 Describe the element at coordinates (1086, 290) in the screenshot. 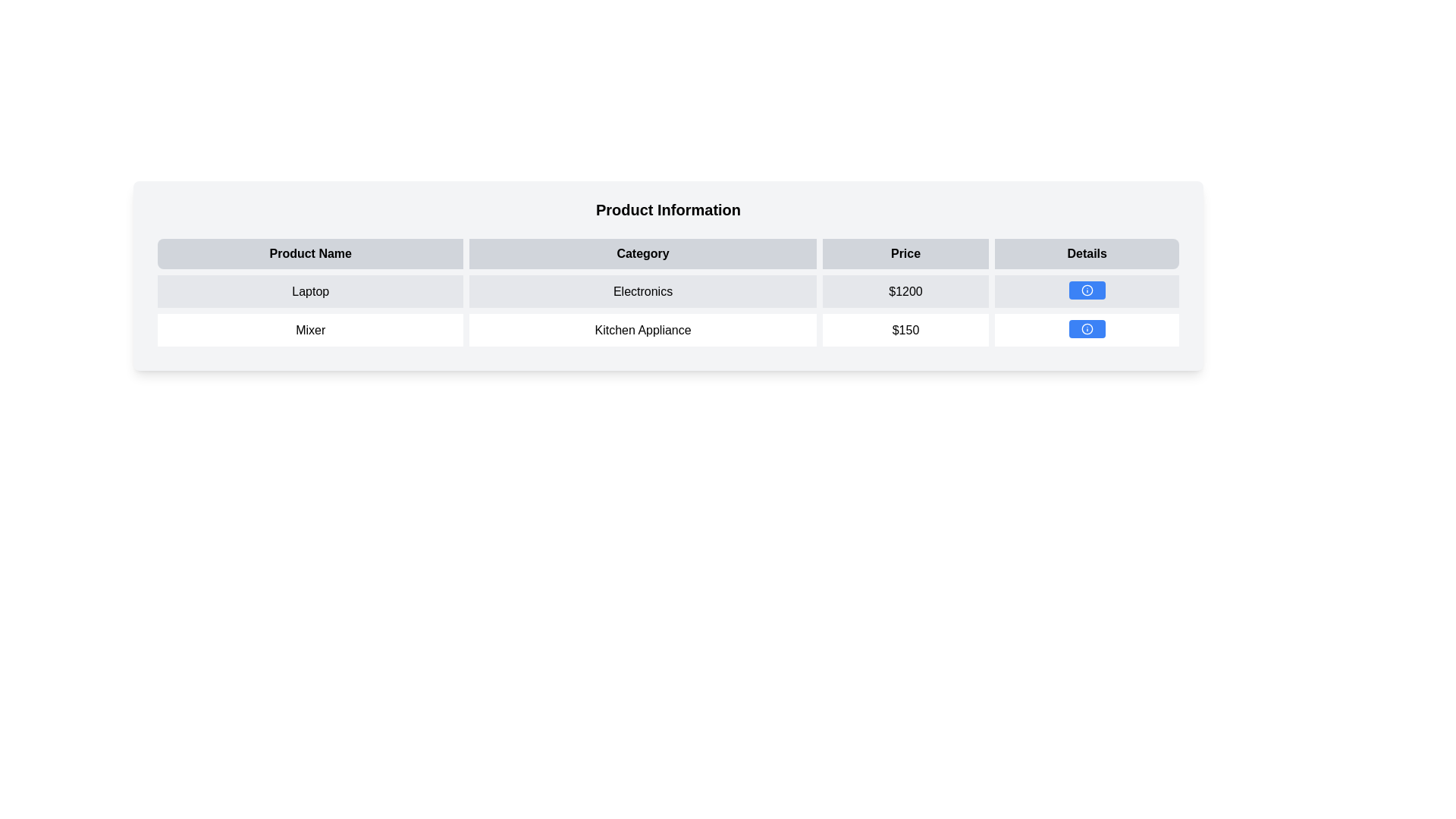

I see `the outer circular outline of the SVG icon located in the 'Details' column of the second row in the table` at that location.